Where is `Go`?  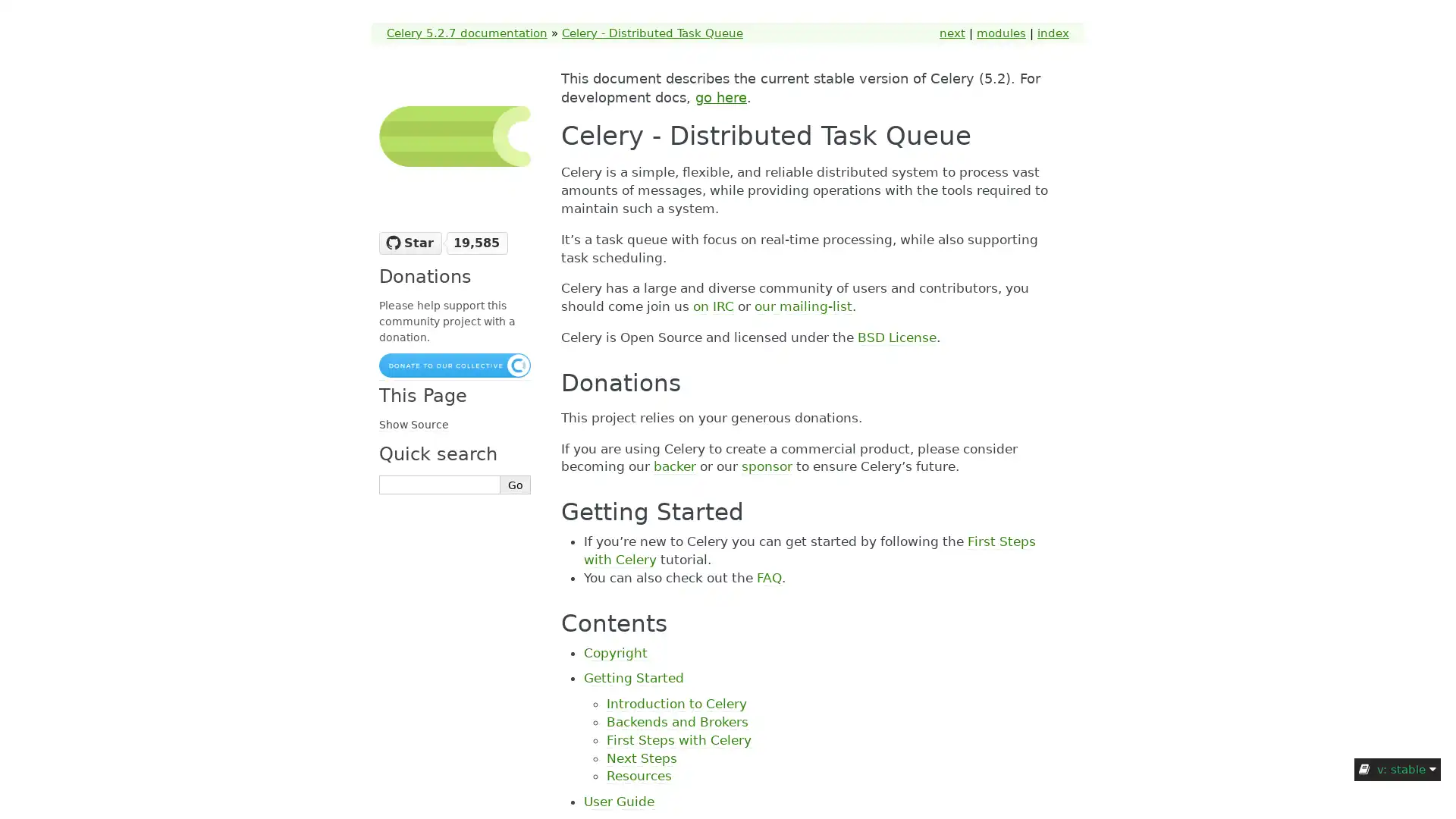
Go is located at coordinates (516, 485).